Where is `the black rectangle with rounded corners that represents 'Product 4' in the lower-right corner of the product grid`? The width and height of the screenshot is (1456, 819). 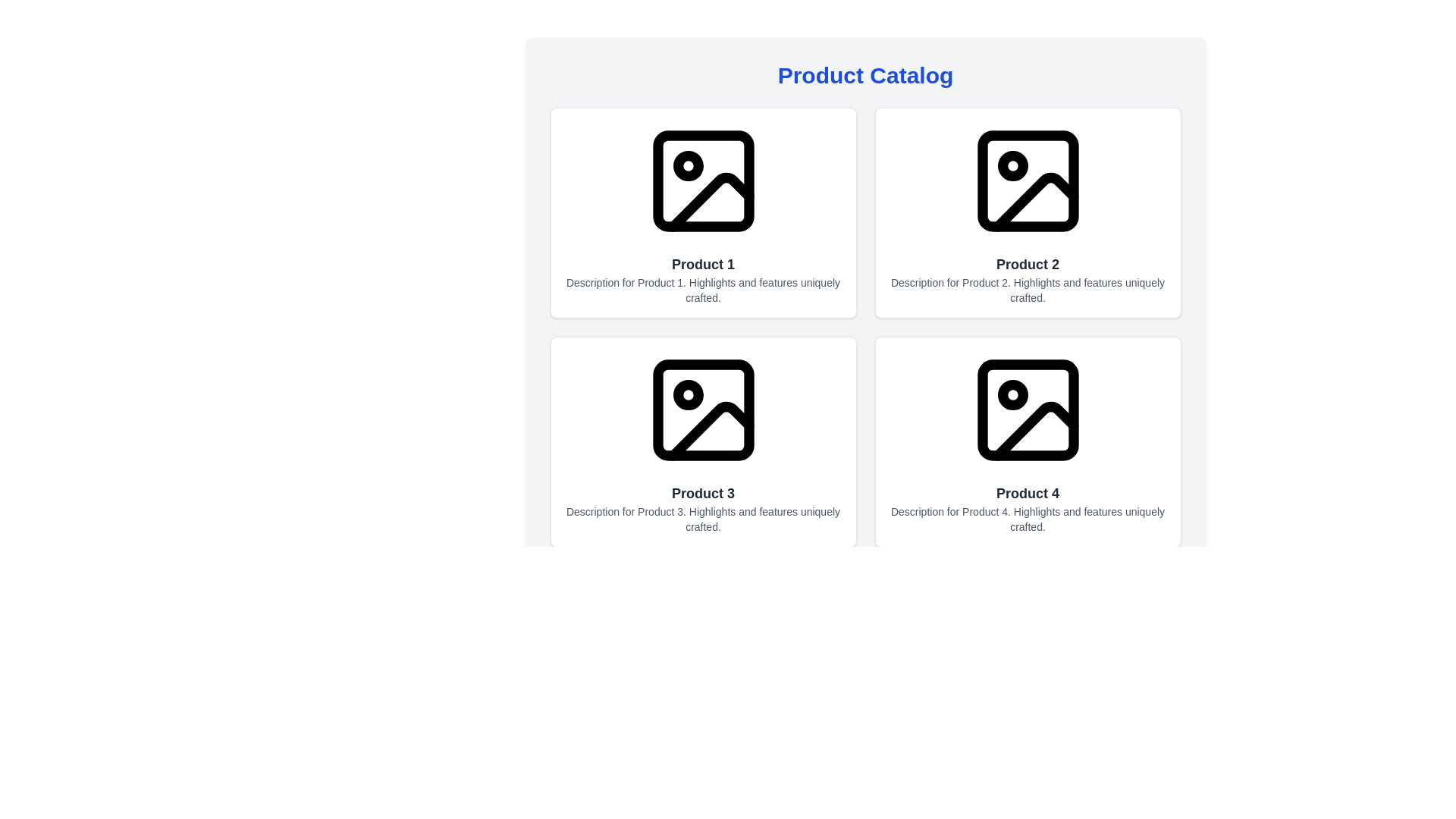 the black rectangle with rounded corners that represents 'Product 4' in the lower-right corner of the product grid is located at coordinates (1028, 409).